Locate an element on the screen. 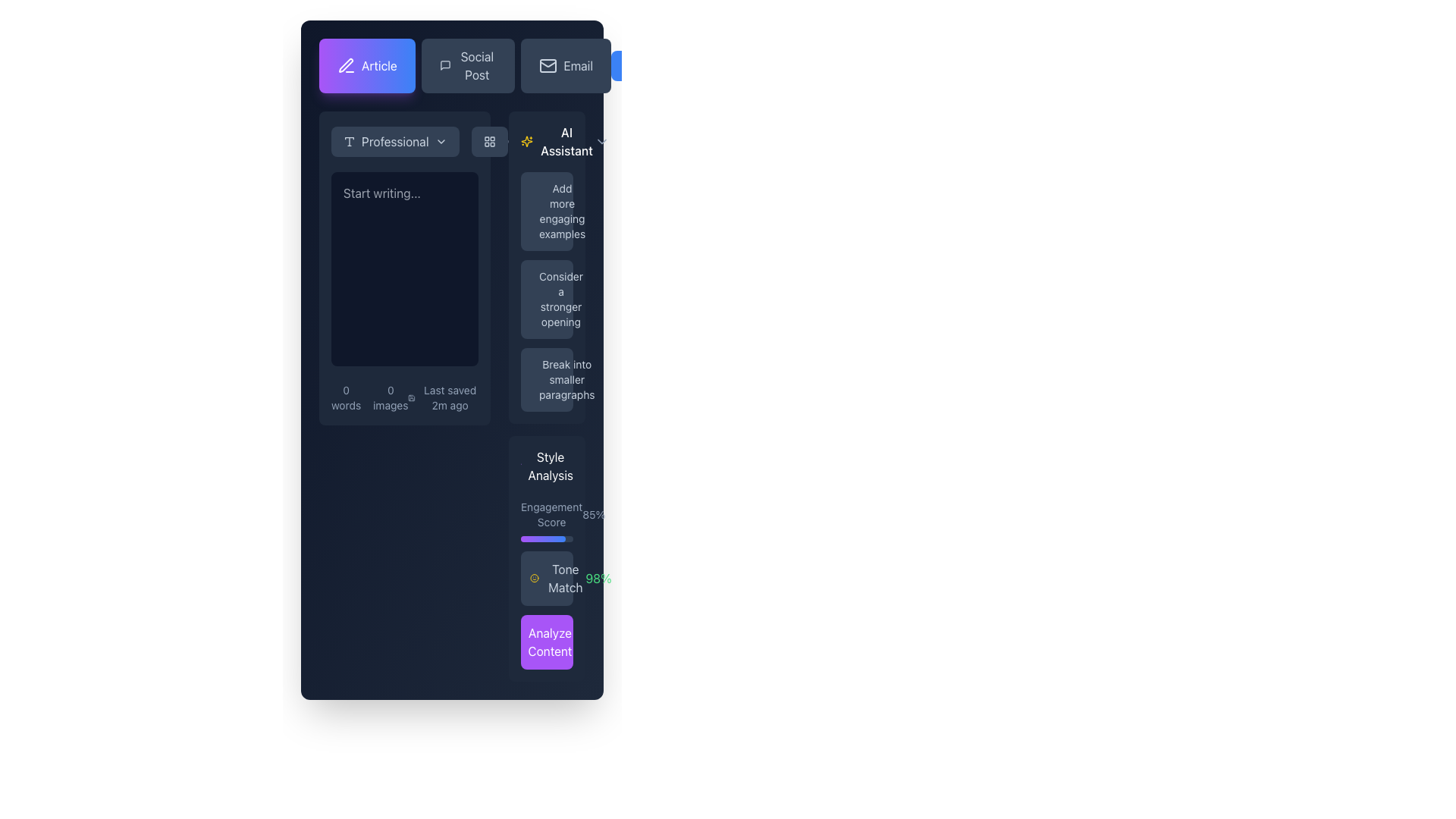  the text label containing 'Social Post', which is part of a button with rounded corners and a slate-colored background, situated between the 'Article' and 'Email' buttons is located at coordinates (476, 65).